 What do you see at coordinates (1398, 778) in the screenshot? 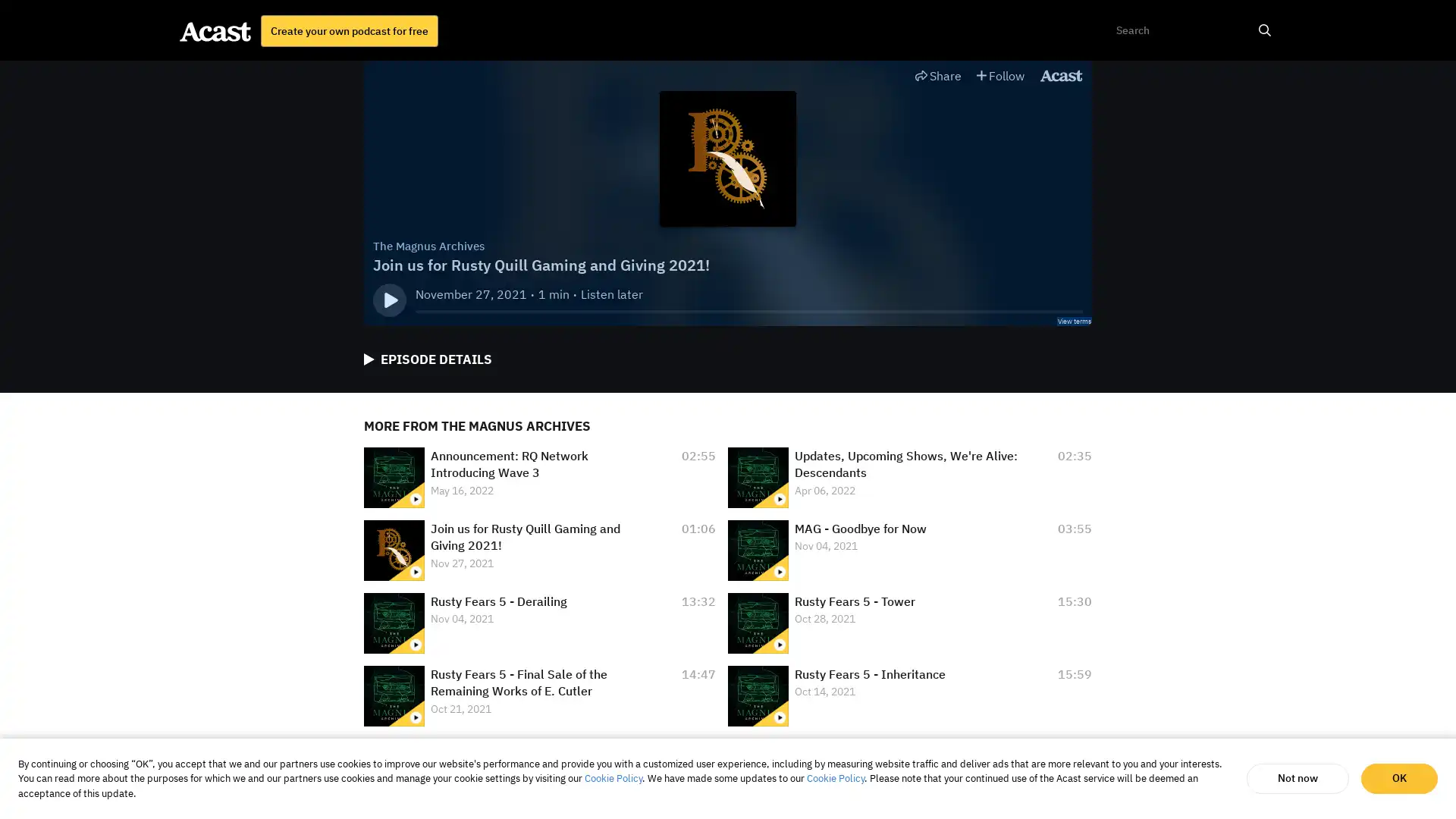
I see `OK` at bounding box center [1398, 778].